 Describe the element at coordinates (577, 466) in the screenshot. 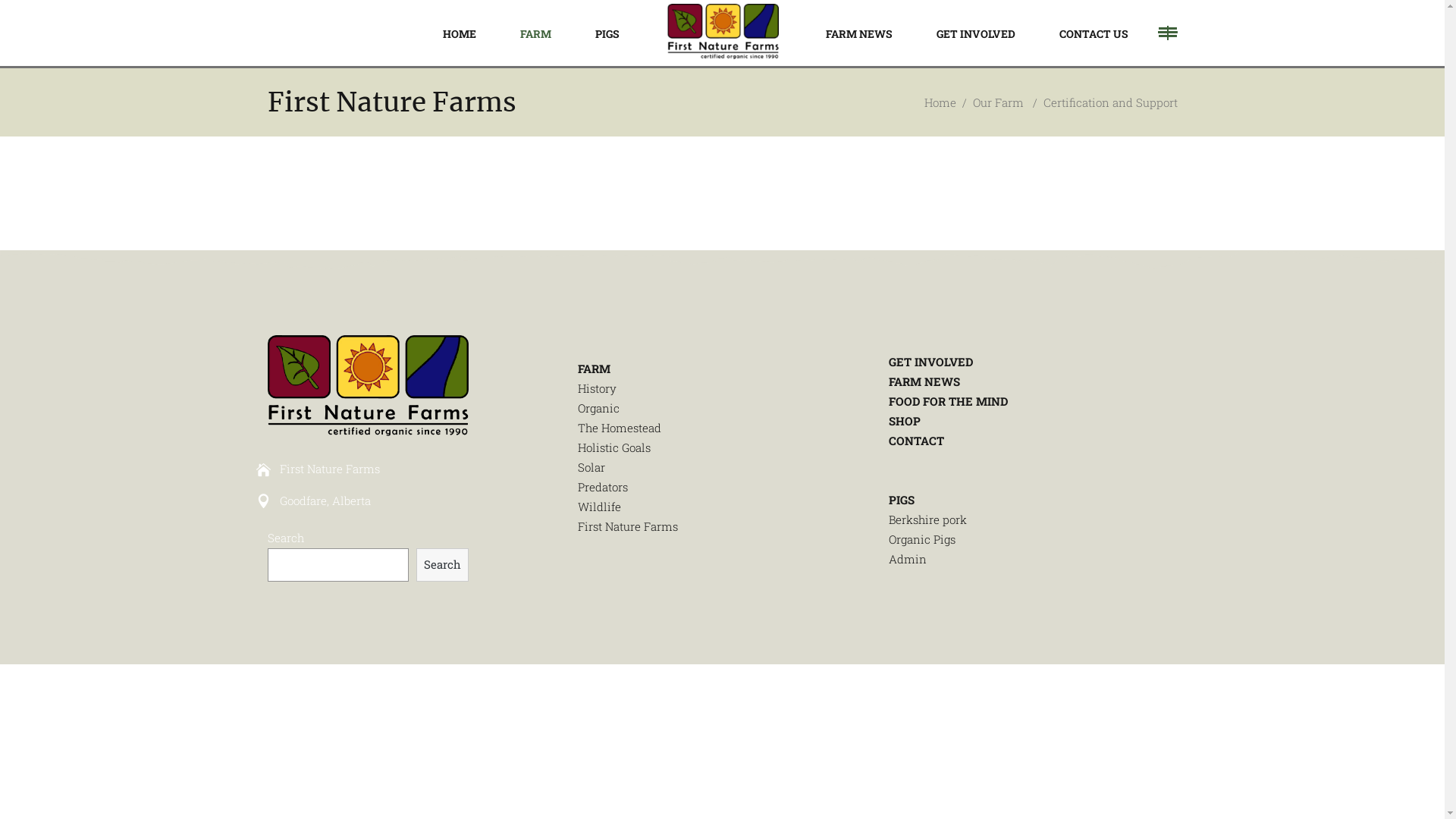

I see `'Solar'` at that location.